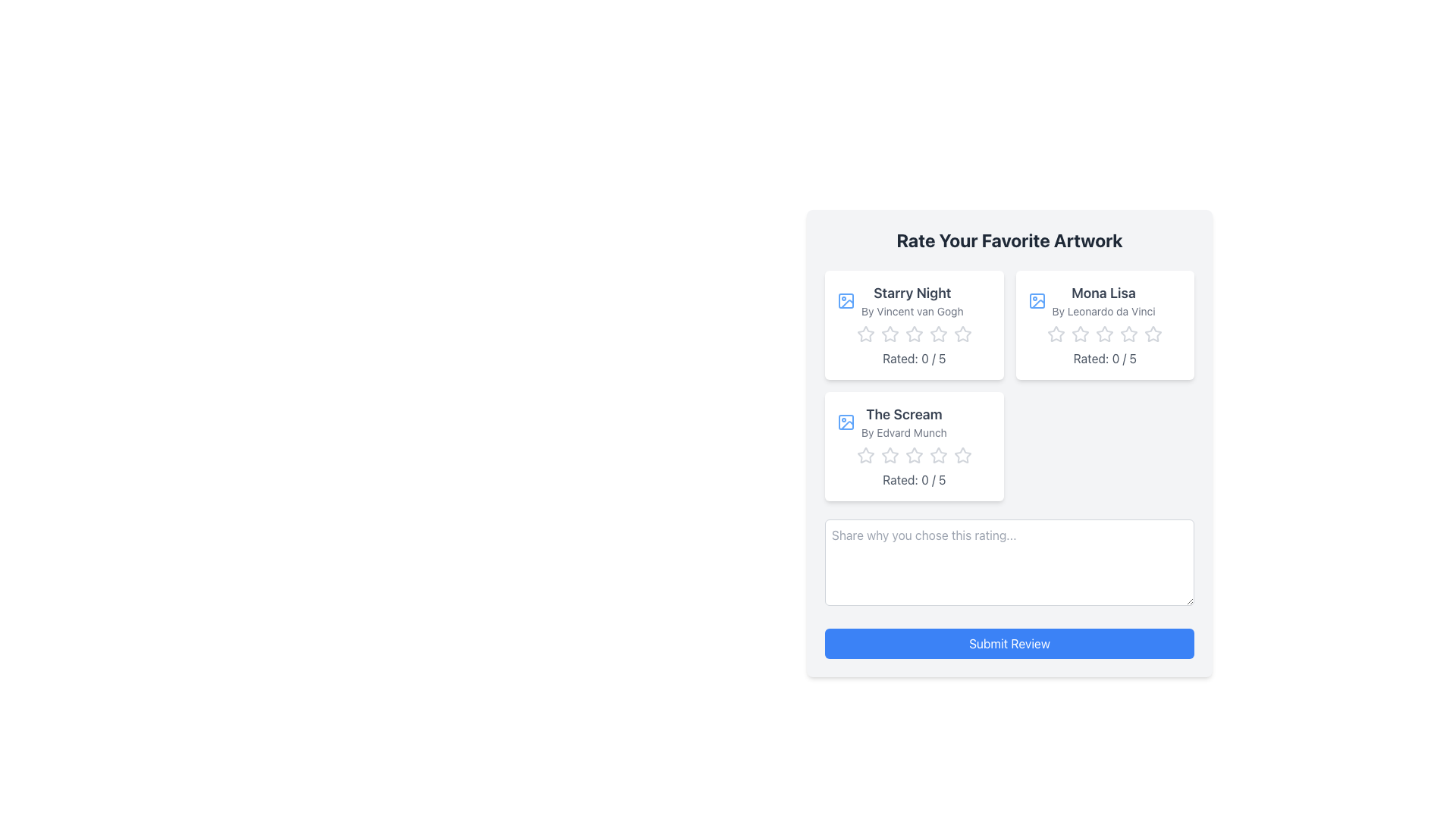 The height and width of the screenshot is (819, 1456). I want to click on on the fifth rating star icon for the artwork 'Mona Lisa', so click(1129, 333).